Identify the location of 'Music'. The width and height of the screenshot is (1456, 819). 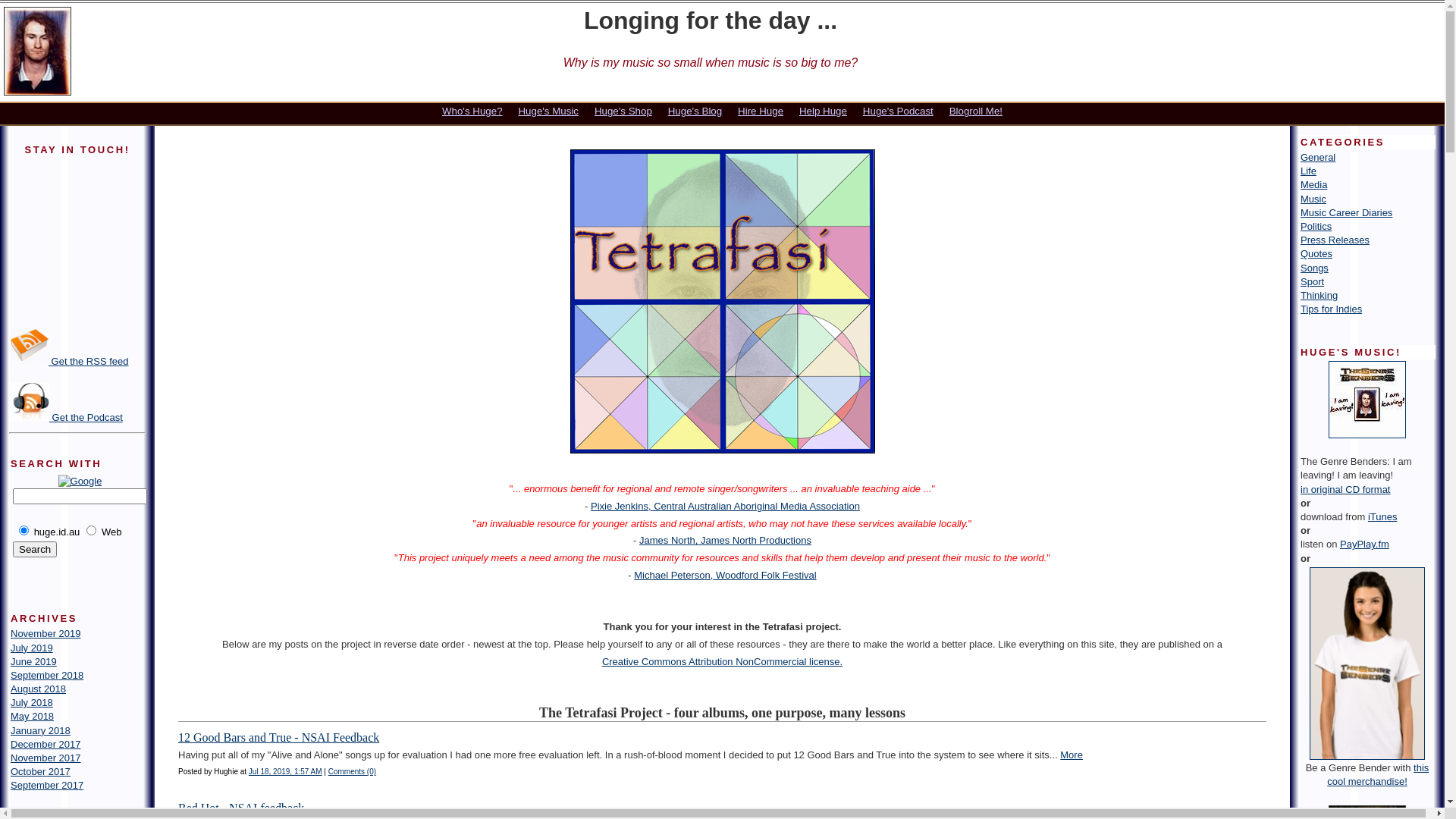
(1313, 198).